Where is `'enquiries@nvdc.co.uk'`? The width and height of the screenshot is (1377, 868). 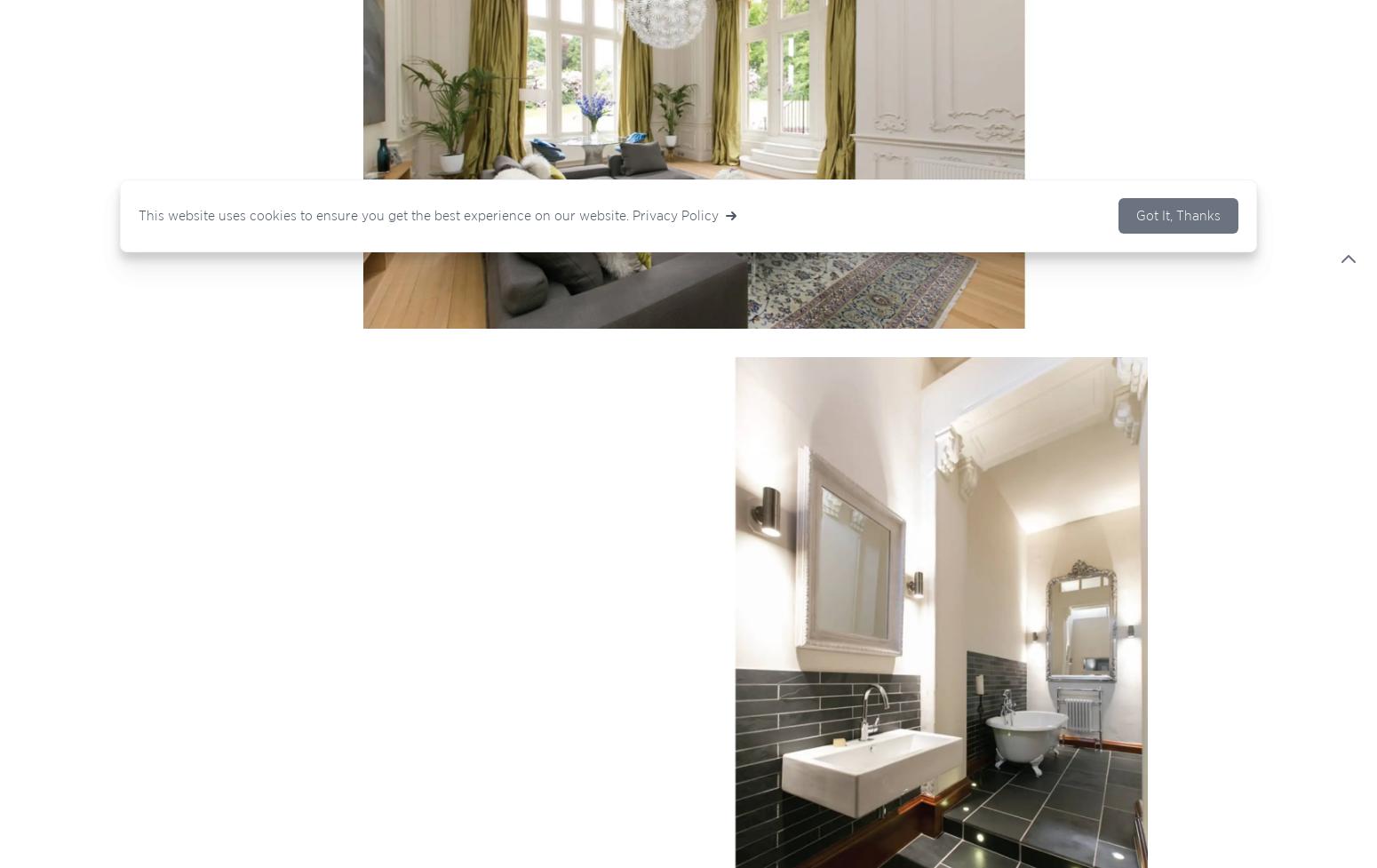 'enquiries@nvdc.co.uk' is located at coordinates (418, 493).